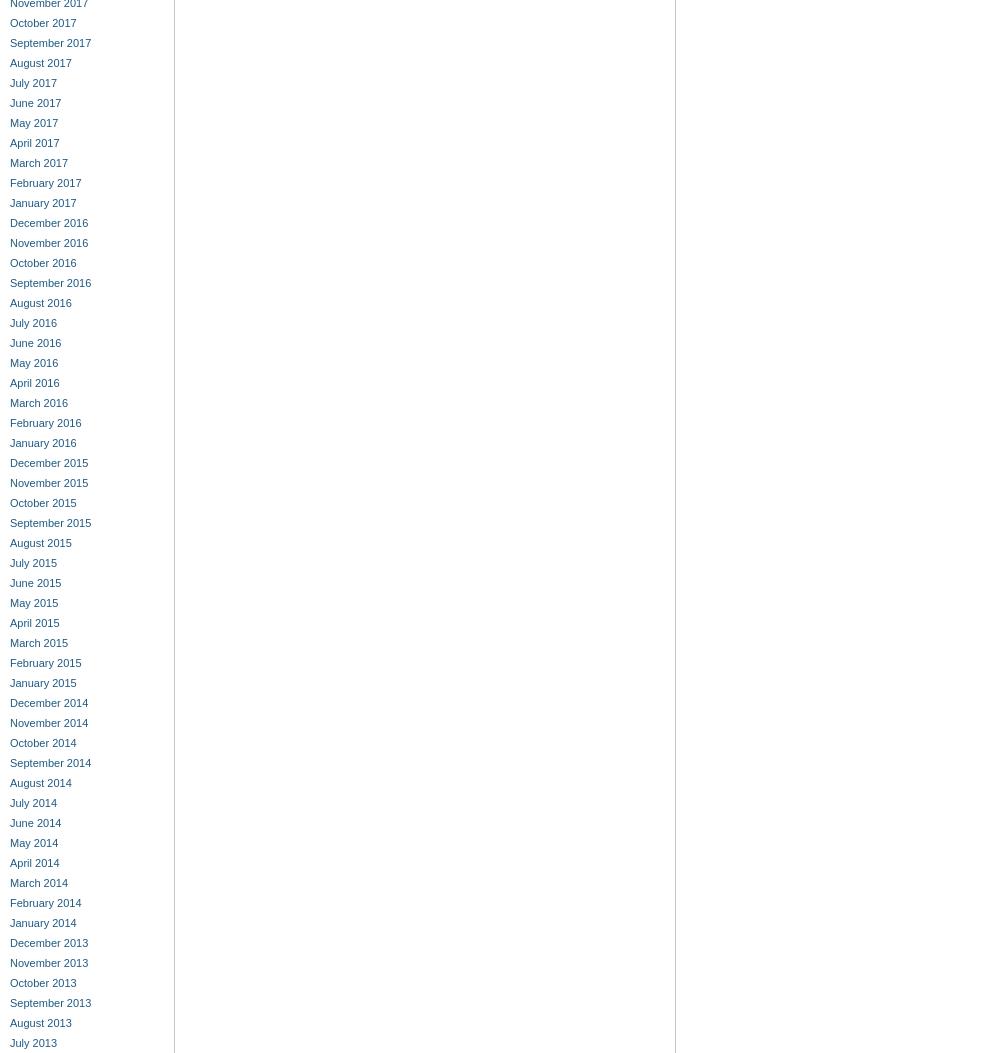 This screenshot has width=990, height=1053. What do you see at coordinates (32, 842) in the screenshot?
I see `'May 2014'` at bounding box center [32, 842].